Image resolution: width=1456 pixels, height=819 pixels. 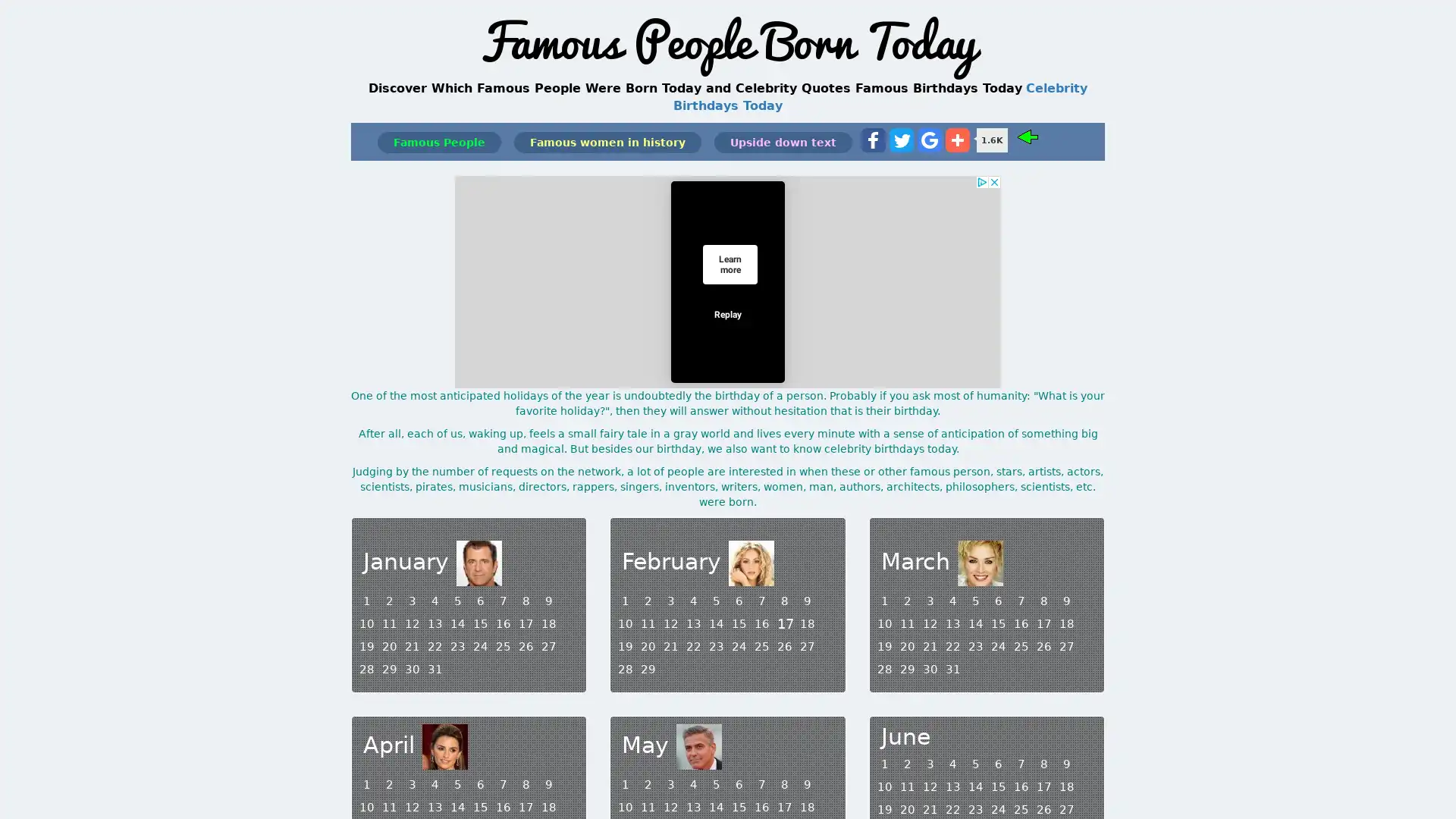 I want to click on Share to Facebook, so click(x=874, y=140).